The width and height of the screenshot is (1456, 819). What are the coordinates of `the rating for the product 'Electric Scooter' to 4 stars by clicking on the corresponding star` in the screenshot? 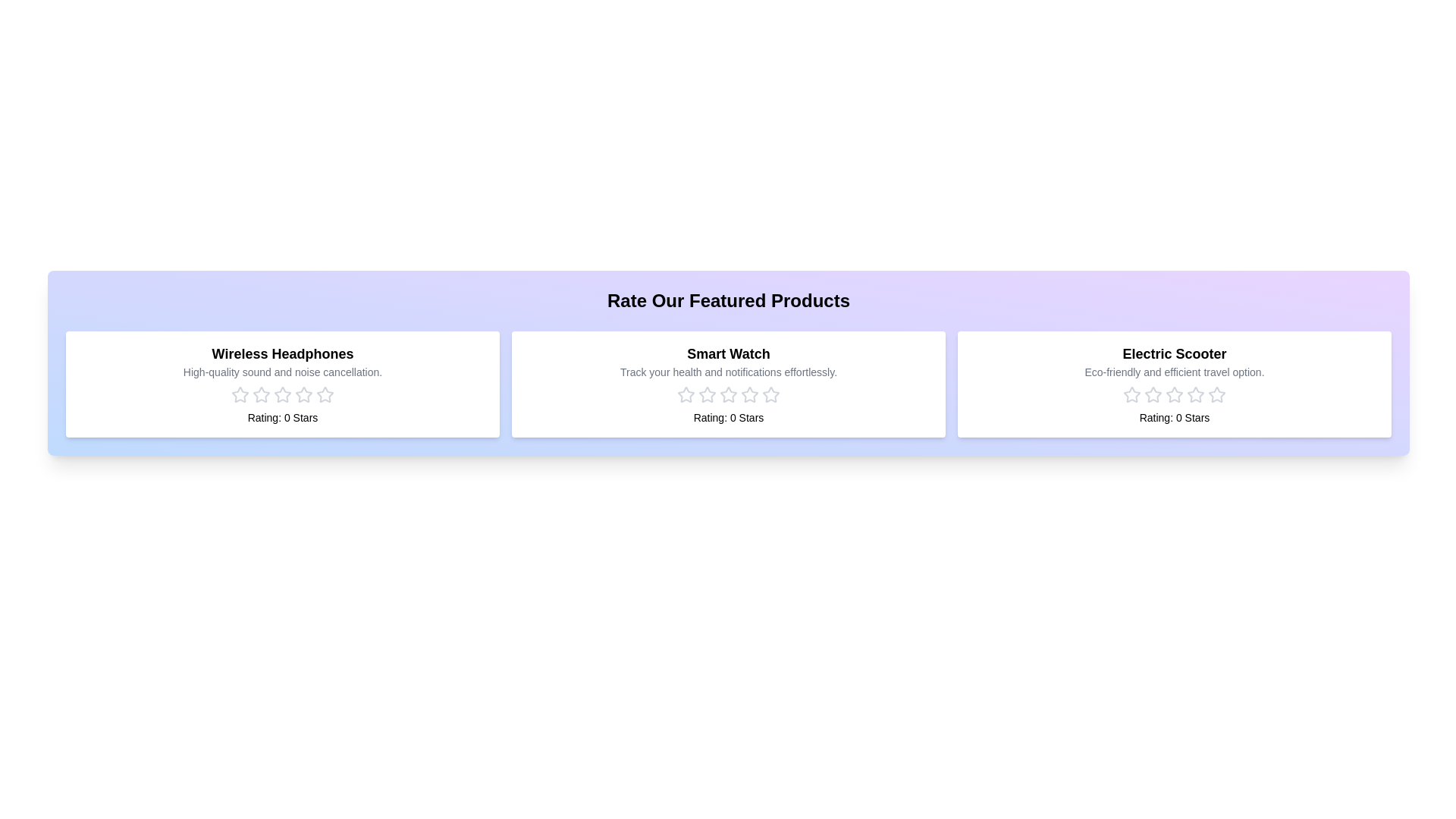 It's located at (1195, 394).